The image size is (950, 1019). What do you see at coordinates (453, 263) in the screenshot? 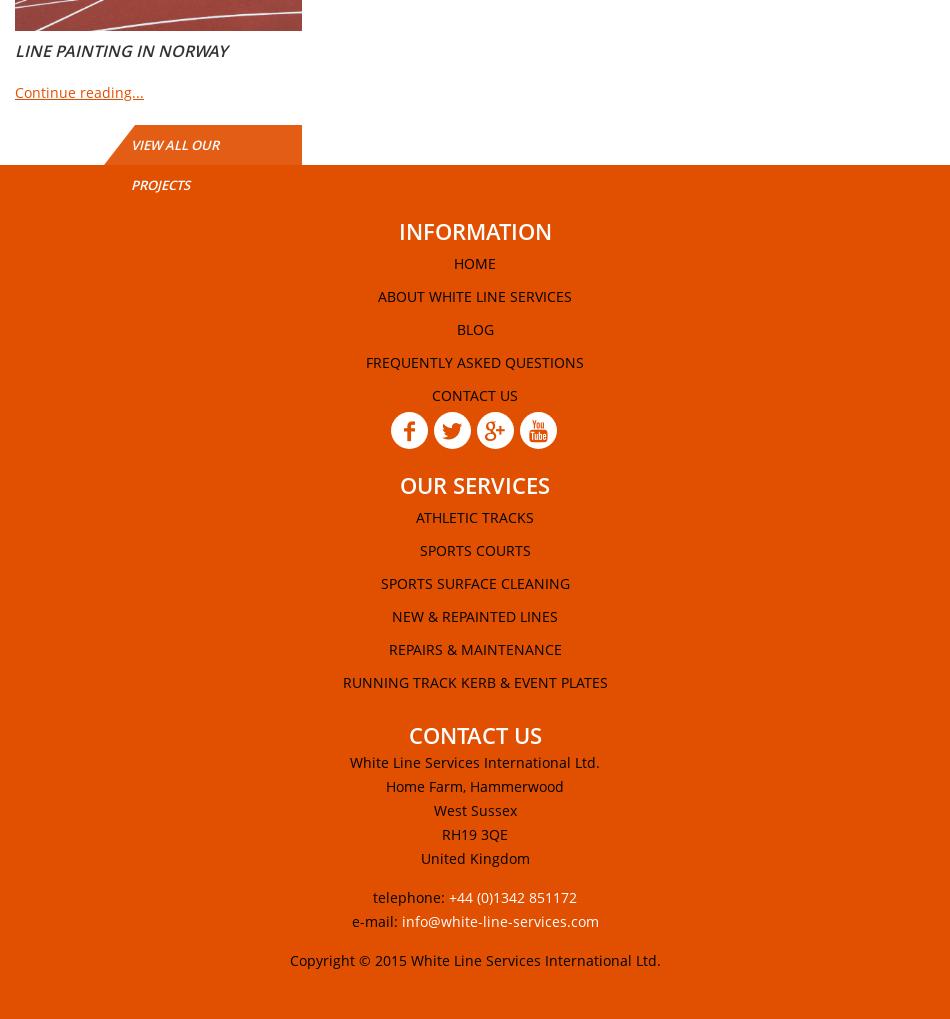
I see `'Home'` at bounding box center [453, 263].